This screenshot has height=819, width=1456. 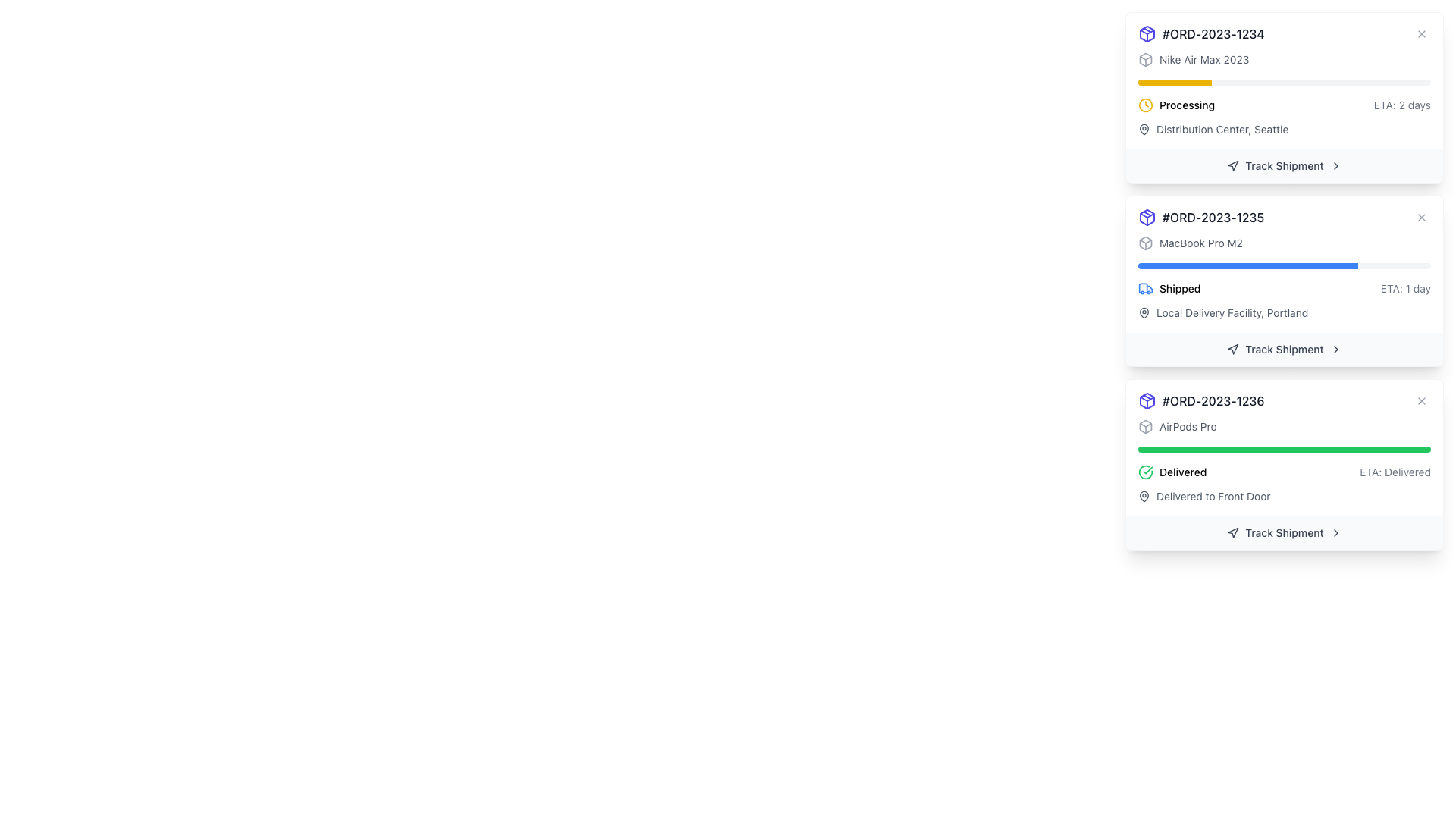 What do you see at coordinates (1147, 217) in the screenshot?
I see `the 3D package box icon, which is part of an SVG group located to the left of the title for each shipment. This icon signifies the type of item in the shipment card` at bounding box center [1147, 217].